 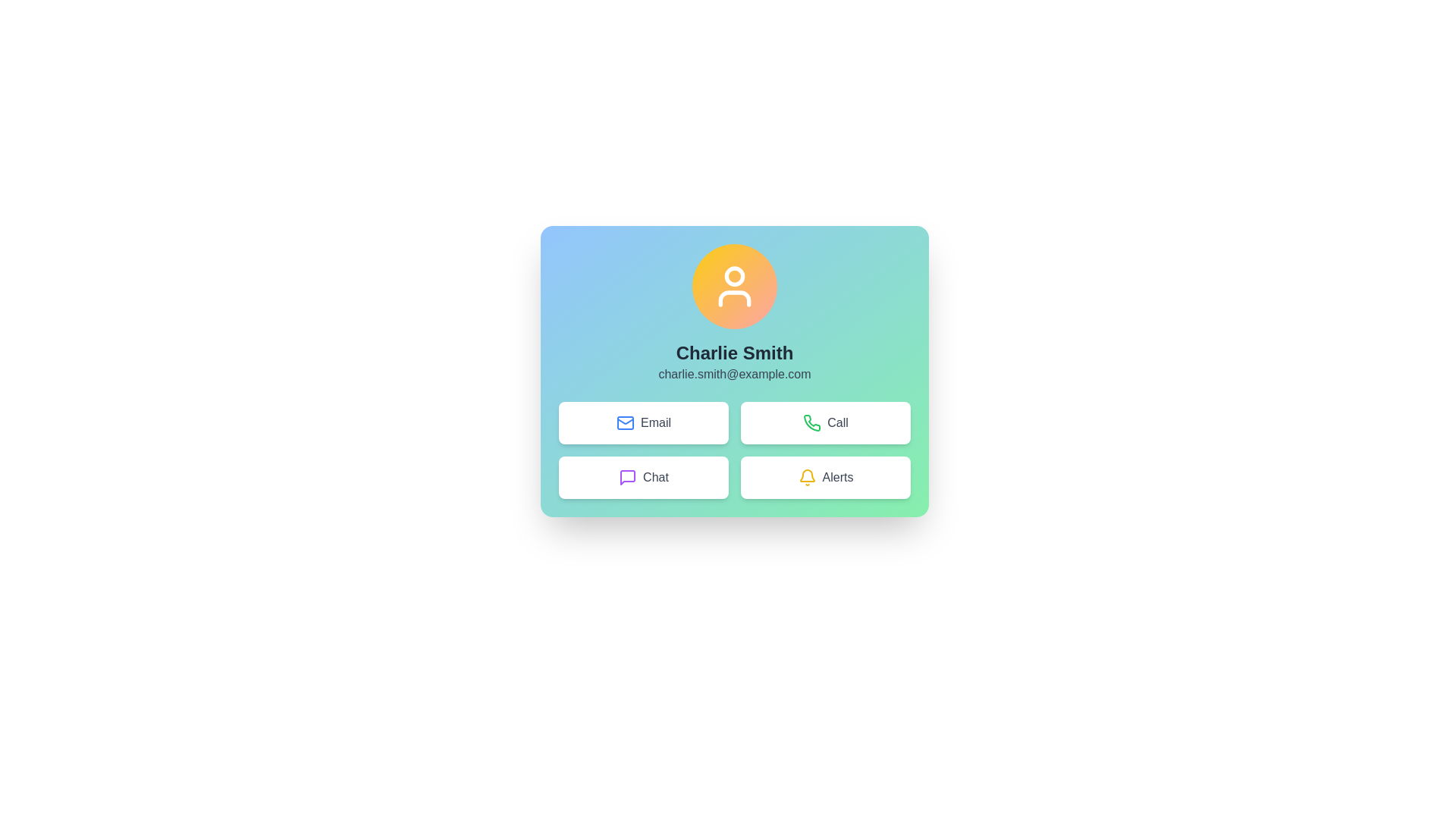 I want to click on the button in the top-right corner of the grid, which is the second element in the first row, to initiate a call, so click(x=825, y=423).